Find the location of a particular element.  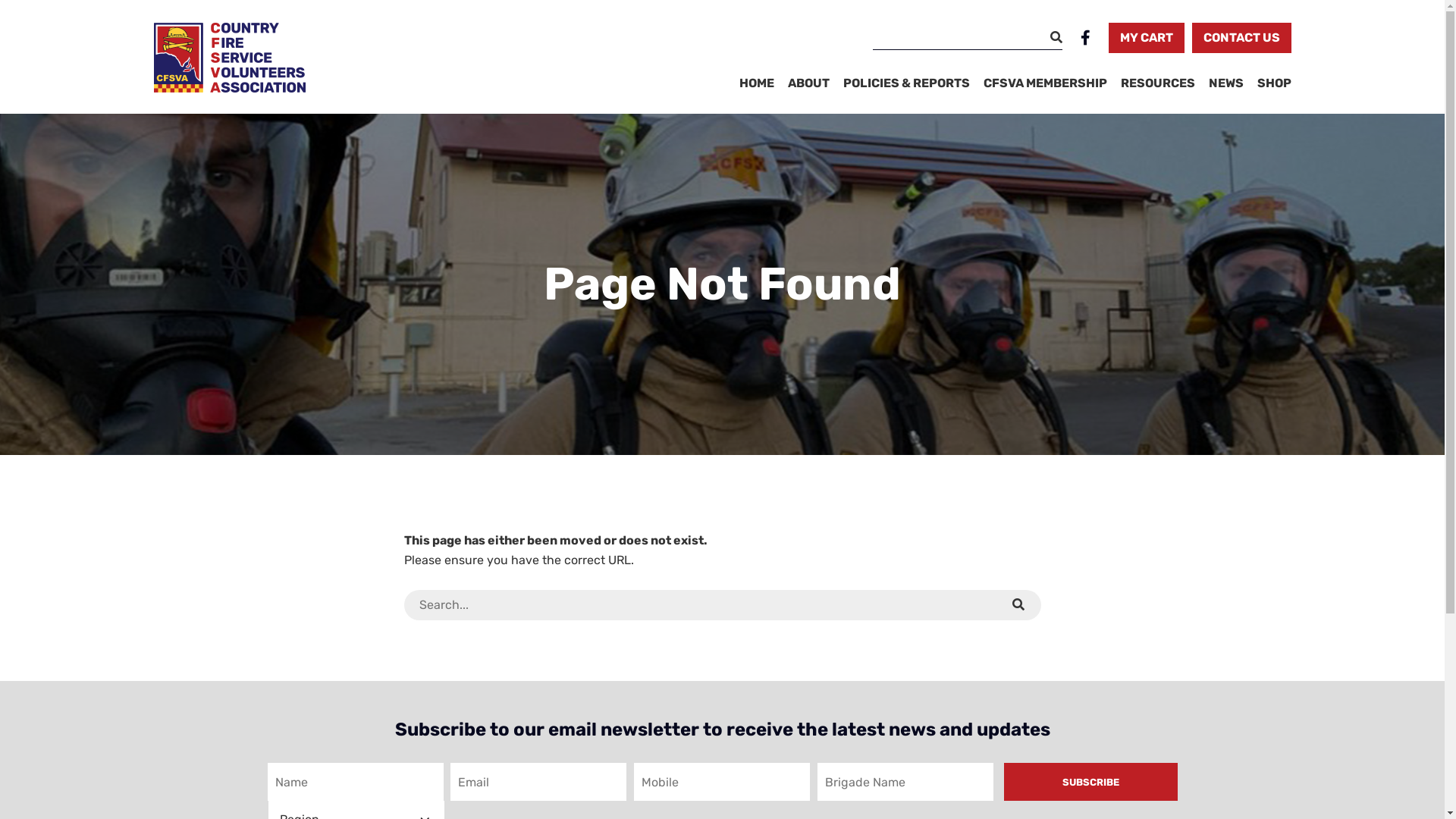

'Subscribe' is located at coordinates (1090, 781).